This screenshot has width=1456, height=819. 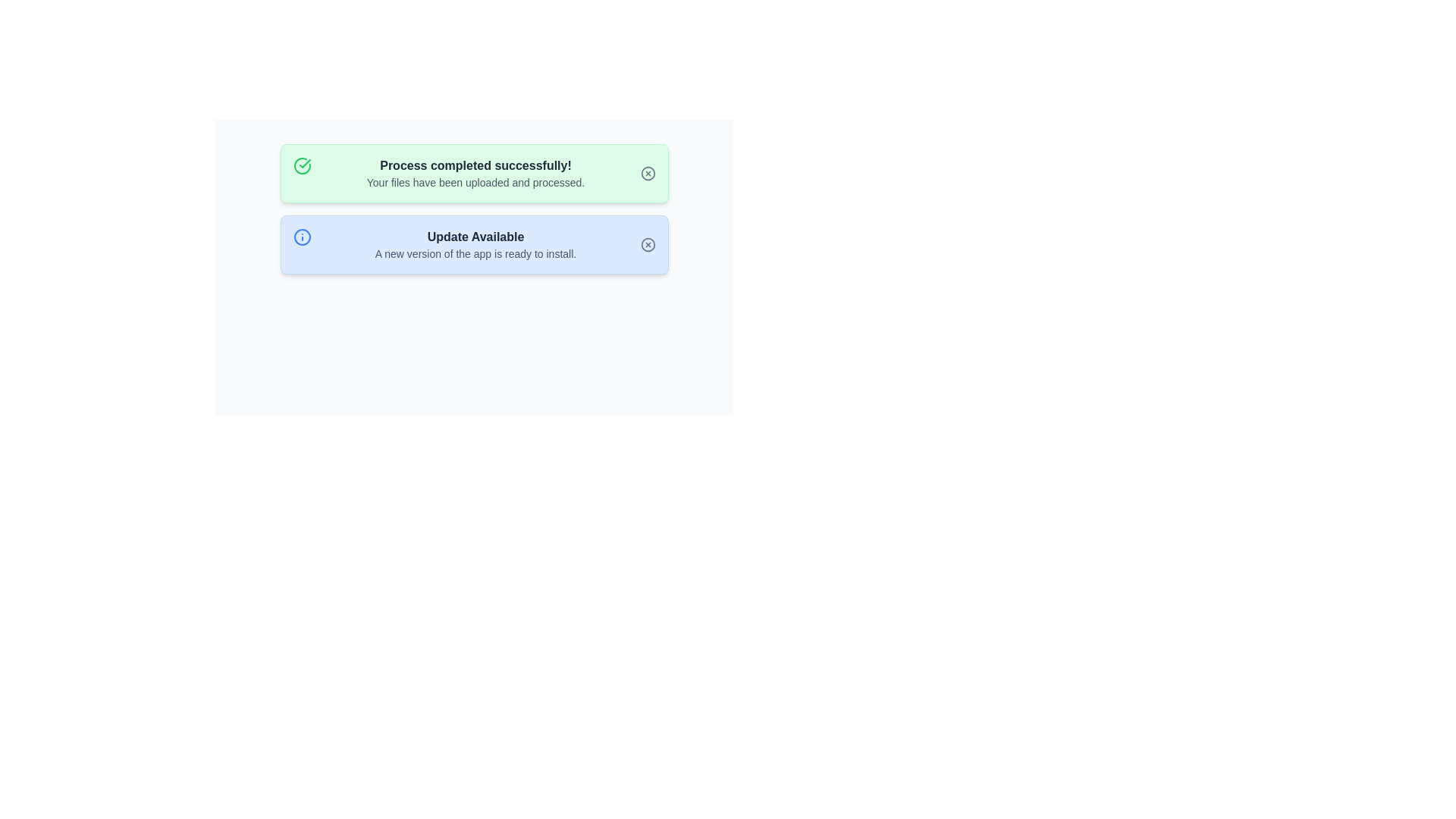 I want to click on success message displayed in the green notification panel indicating that files have been uploaded and processed successfully, so click(x=475, y=172).